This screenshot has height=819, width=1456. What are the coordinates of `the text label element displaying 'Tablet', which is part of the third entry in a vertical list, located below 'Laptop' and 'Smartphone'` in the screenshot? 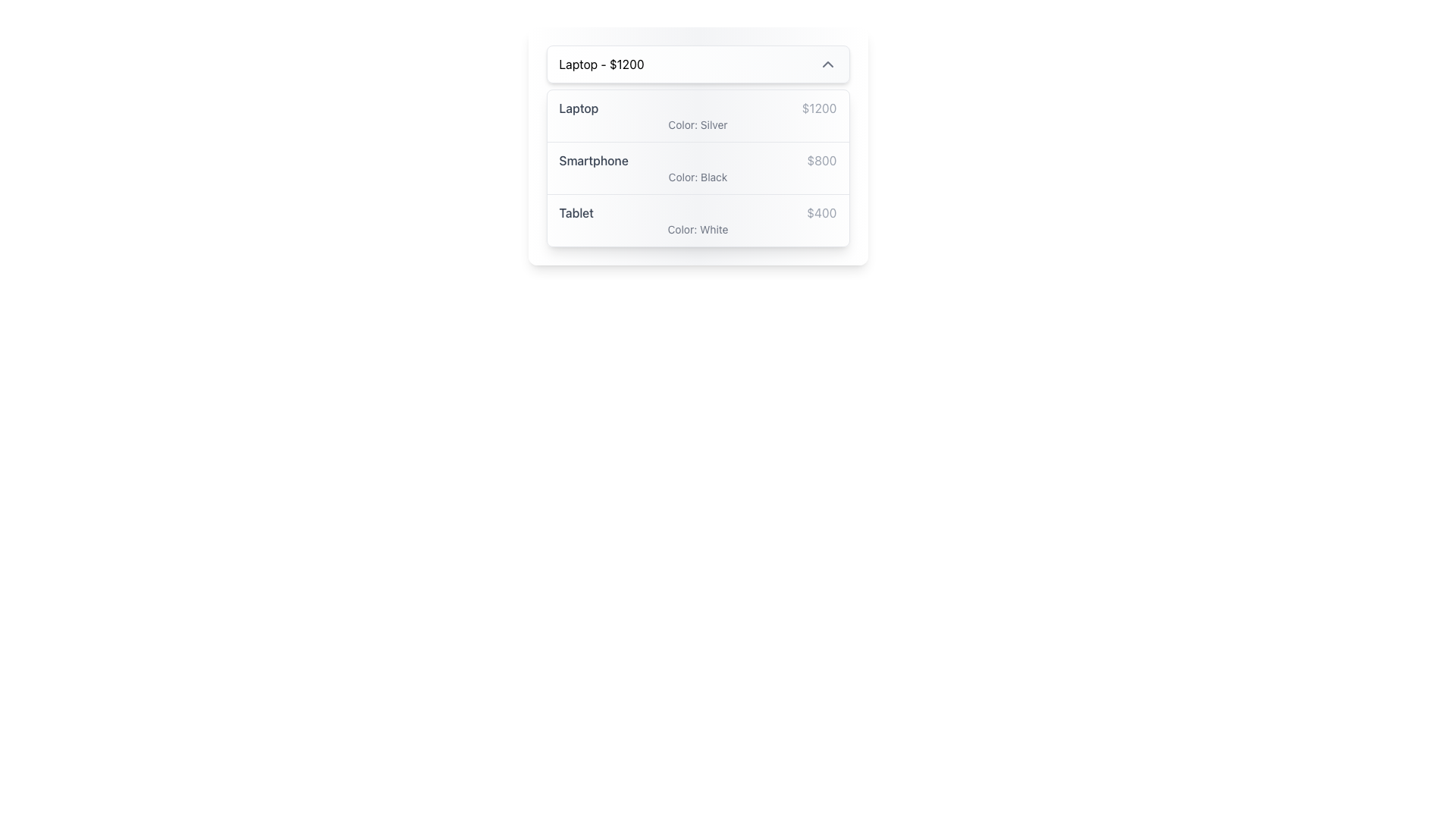 It's located at (576, 213).